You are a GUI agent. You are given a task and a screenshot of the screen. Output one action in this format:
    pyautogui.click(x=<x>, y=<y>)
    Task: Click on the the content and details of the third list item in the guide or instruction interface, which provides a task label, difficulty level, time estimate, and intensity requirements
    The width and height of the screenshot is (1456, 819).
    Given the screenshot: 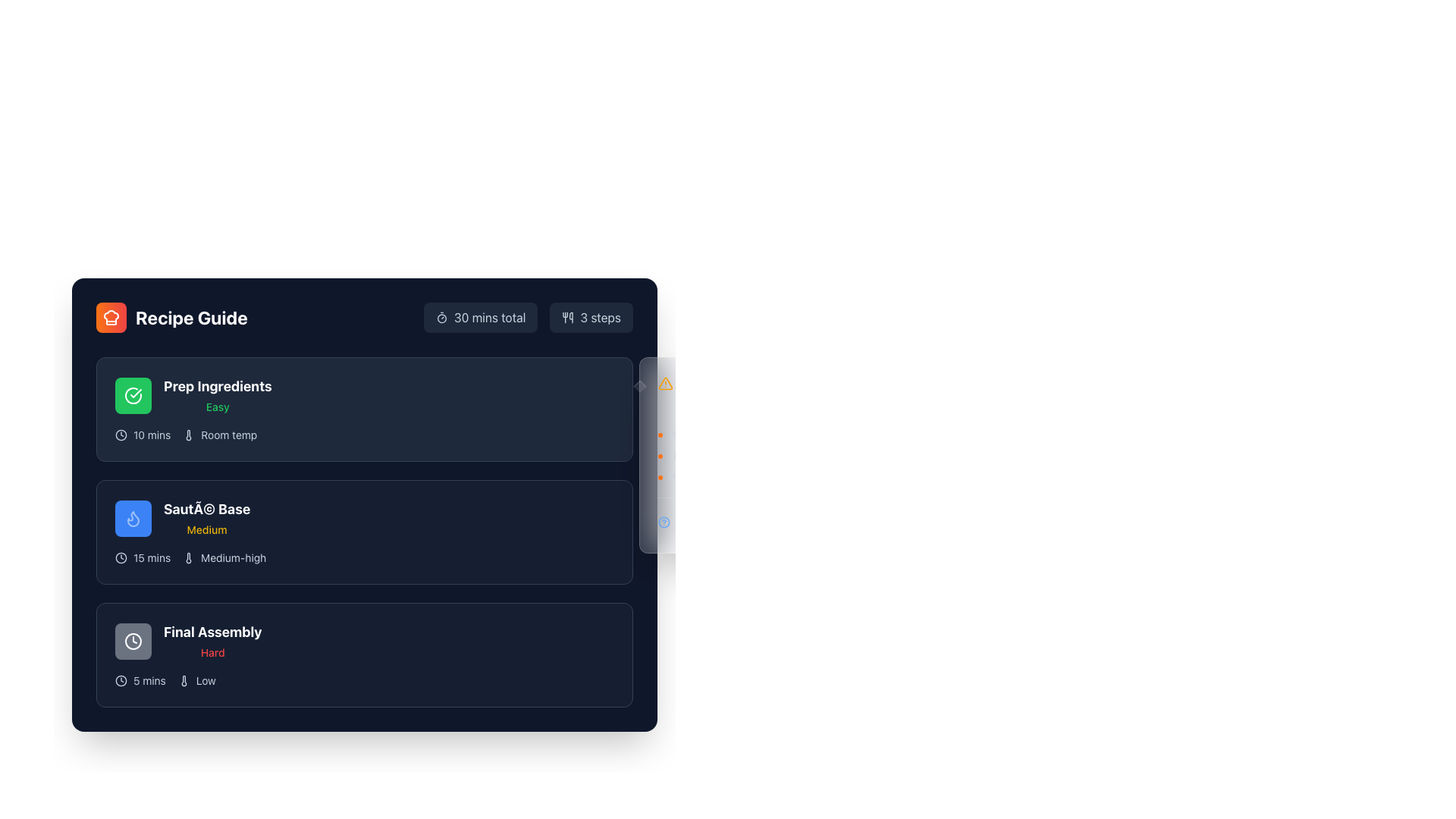 What is the action you would take?
    pyautogui.click(x=364, y=654)
    